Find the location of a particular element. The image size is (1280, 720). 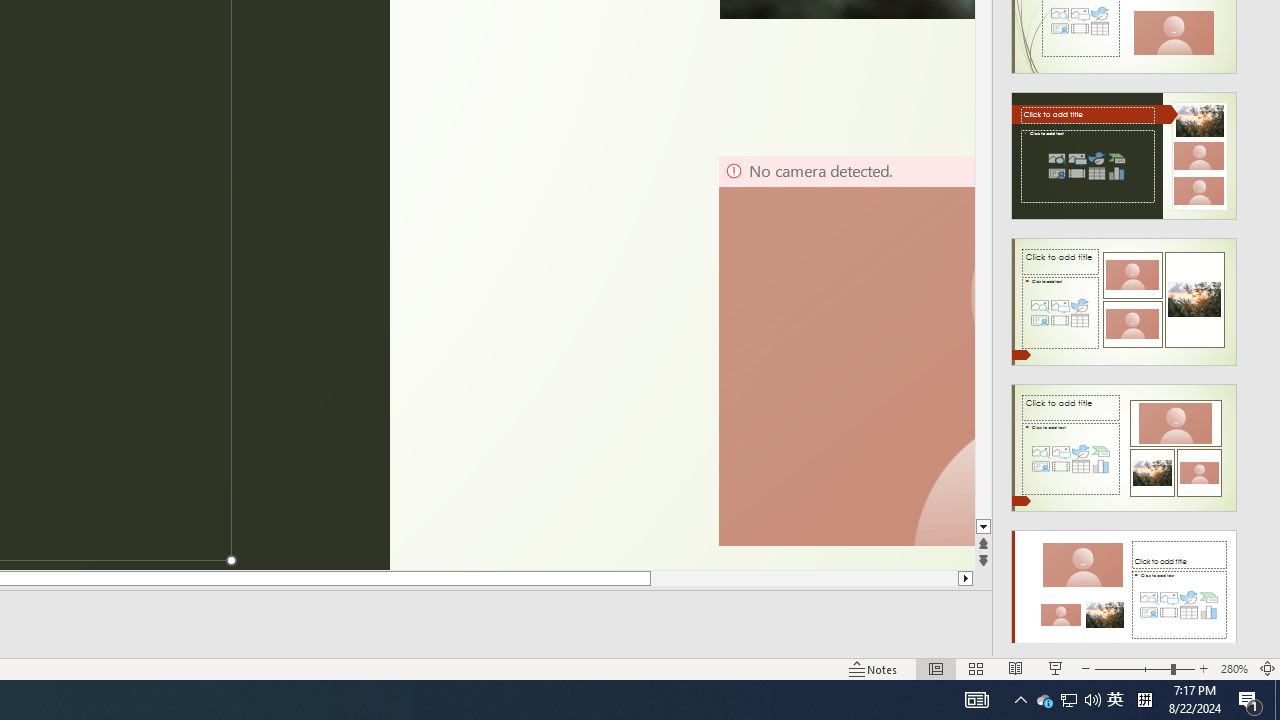

'Zoom 280%' is located at coordinates (1233, 669).